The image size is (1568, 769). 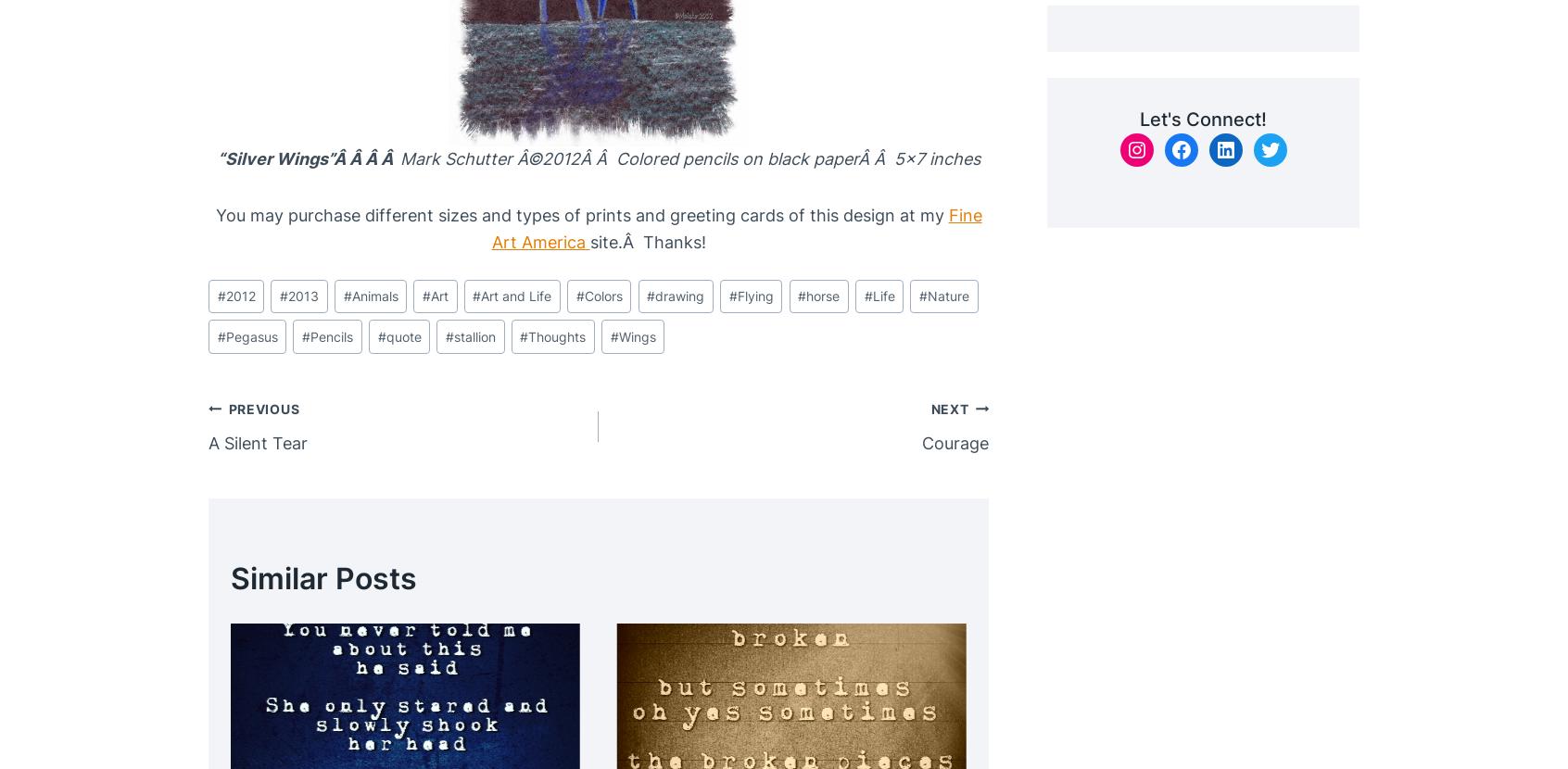 What do you see at coordinates (437, 295) in the screenshot?
I see `'Art'` at bounding box center [437, 295].